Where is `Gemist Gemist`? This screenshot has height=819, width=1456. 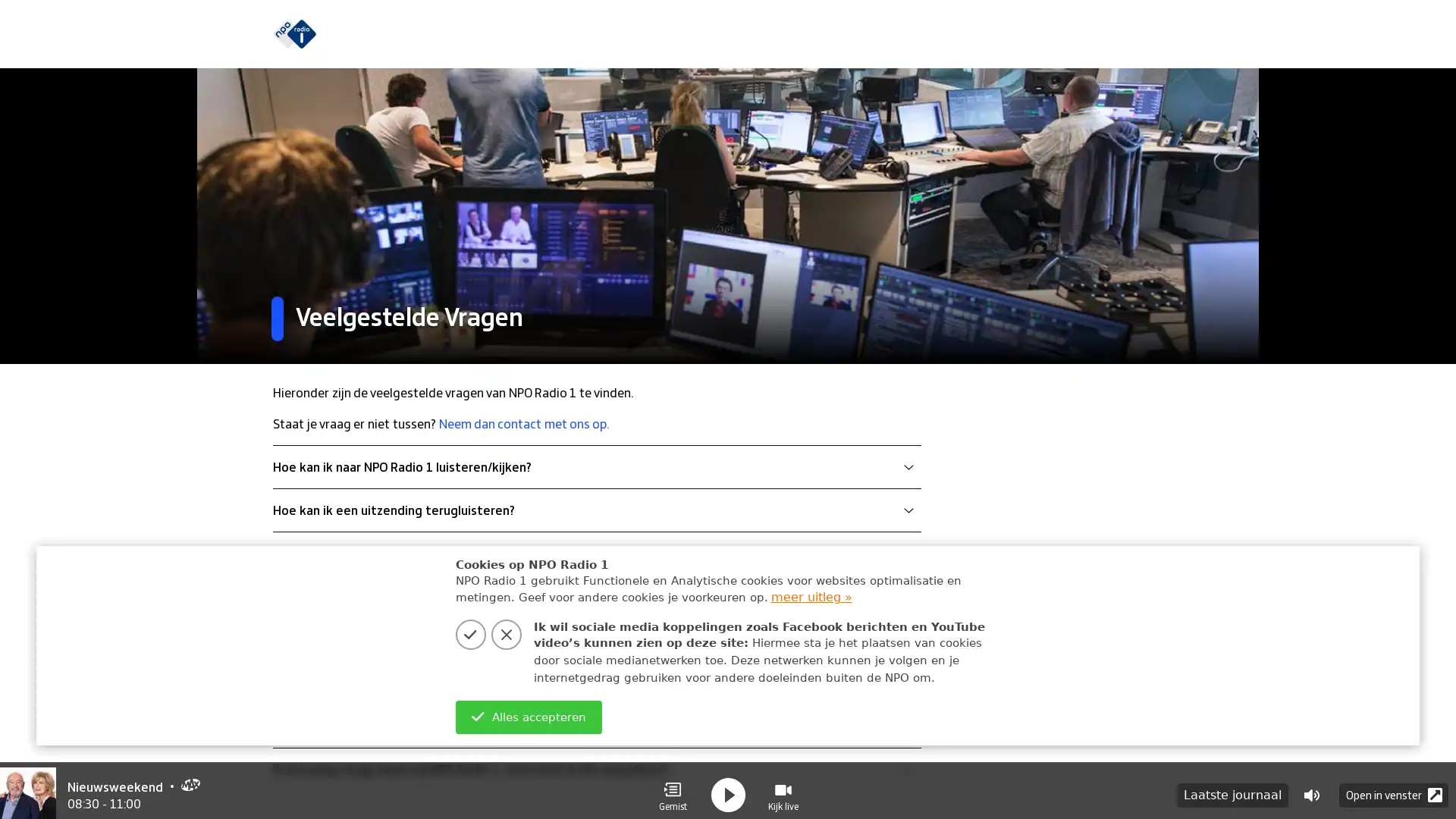 Gemist Gemist is located at coordinates (672, 786).